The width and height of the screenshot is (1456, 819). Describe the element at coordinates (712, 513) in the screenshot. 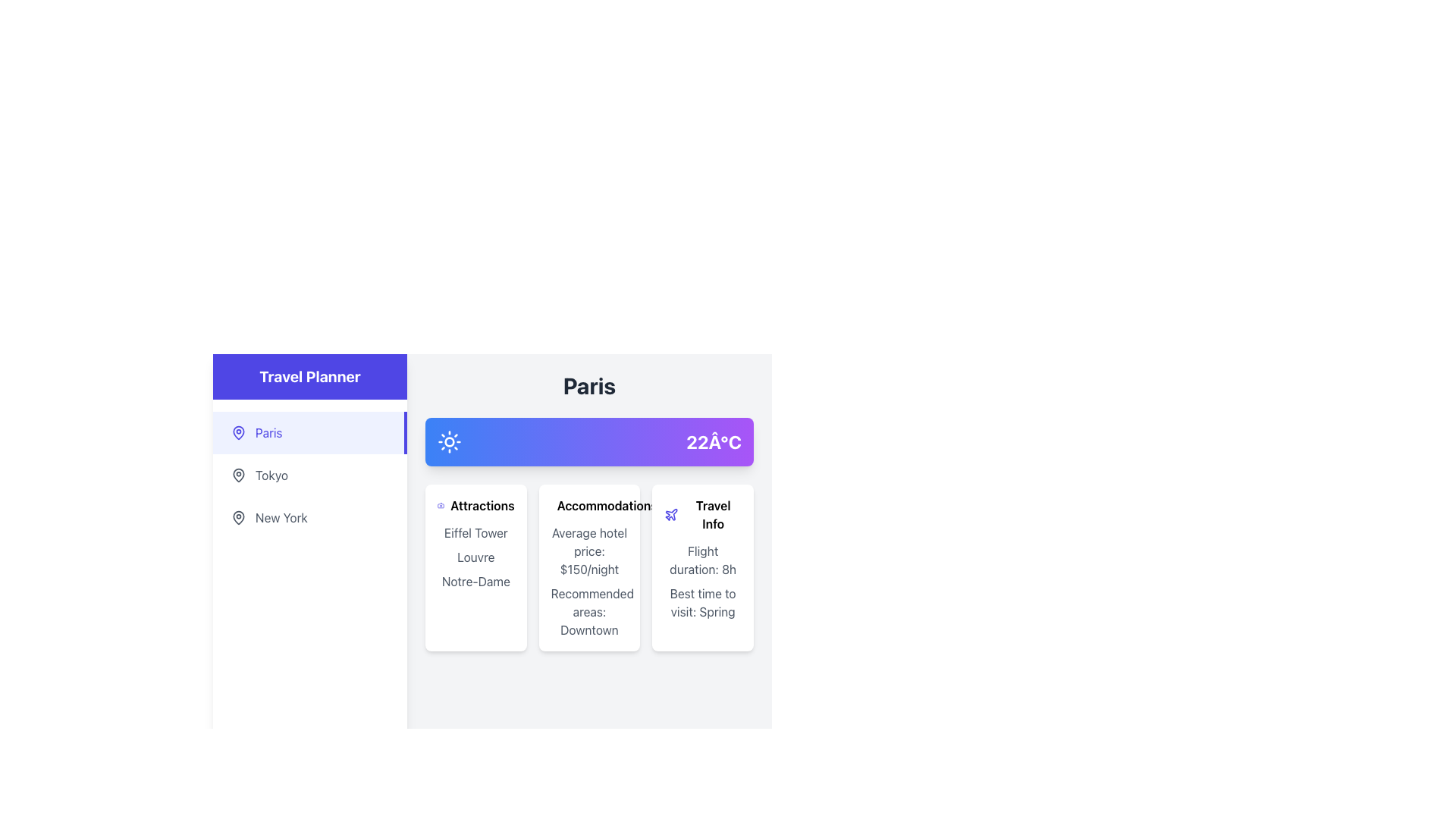

I see `the 'Travel Info' text label, which indicates the topic of a section in the UI, positioned in the third column of a grid next to 'Accommodation'` at that location.